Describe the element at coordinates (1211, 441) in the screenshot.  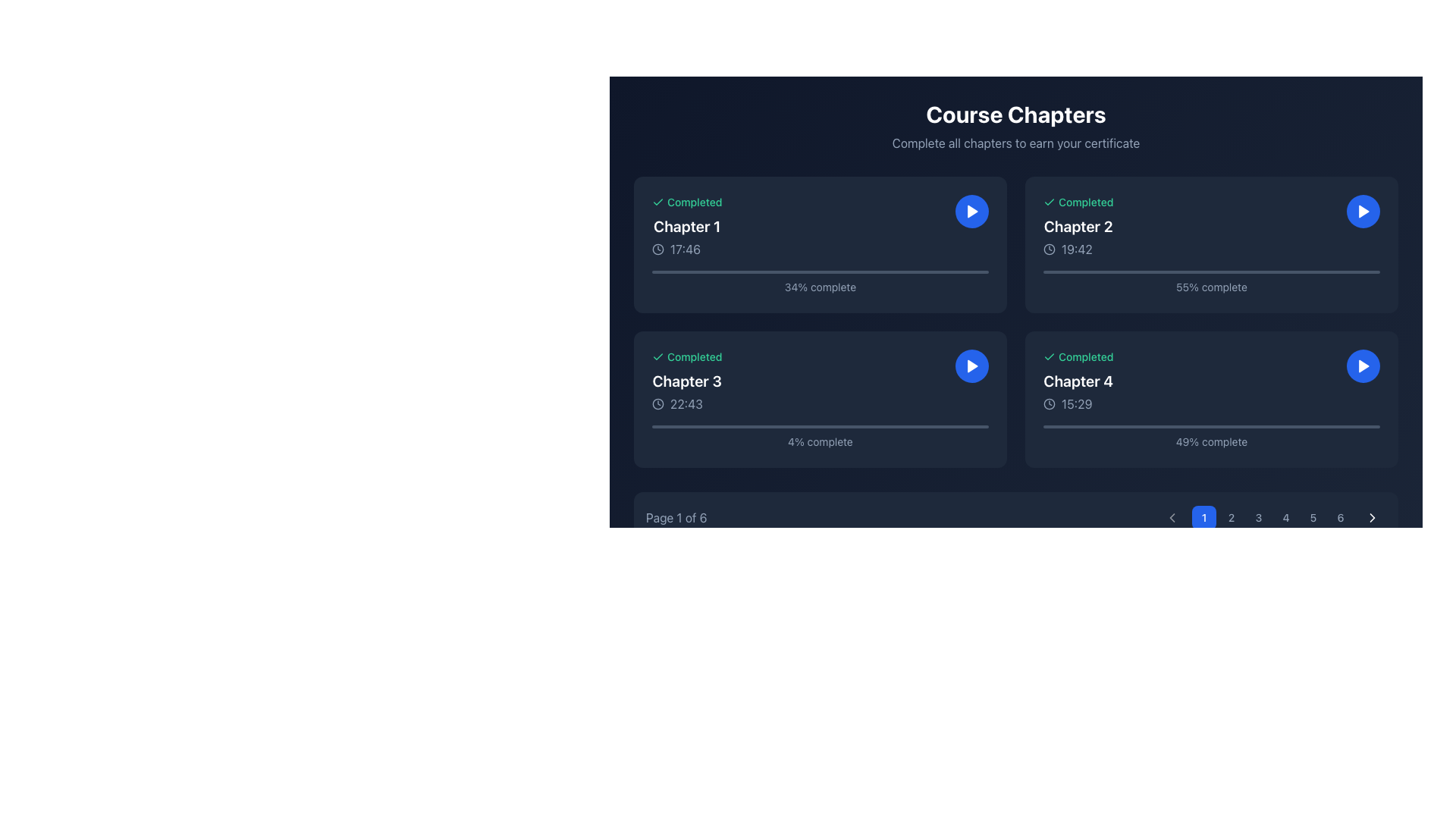
I see `the text label that displays the progress percentage for 'Chapter 4', located at the bottom of the 'Chapter 4' card` at that location.